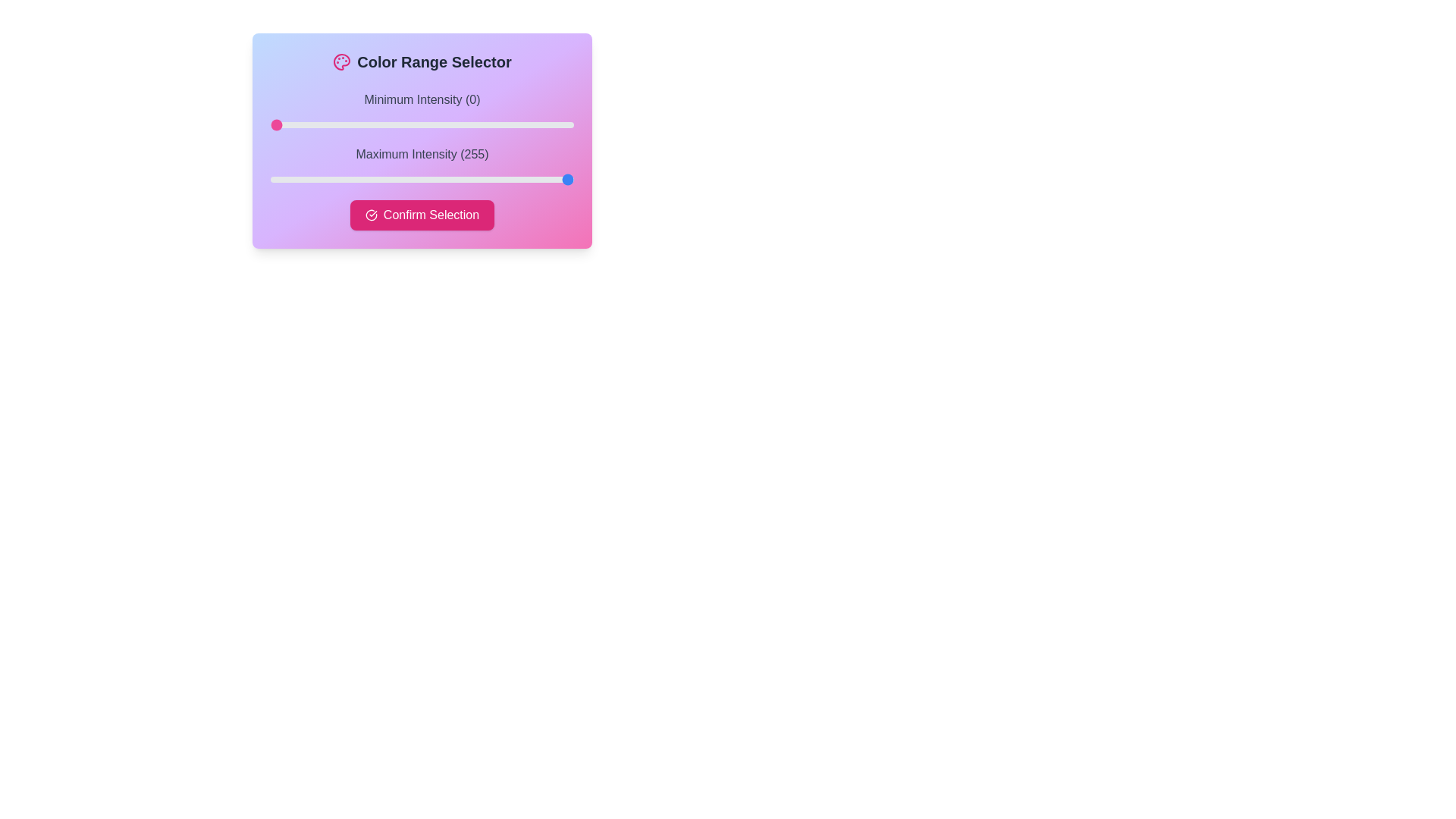  What do you see at coordinates (344, 124) in the screenshot?
I see `the minimum intensity slider to 62 value` at bounding box center [344, 124].